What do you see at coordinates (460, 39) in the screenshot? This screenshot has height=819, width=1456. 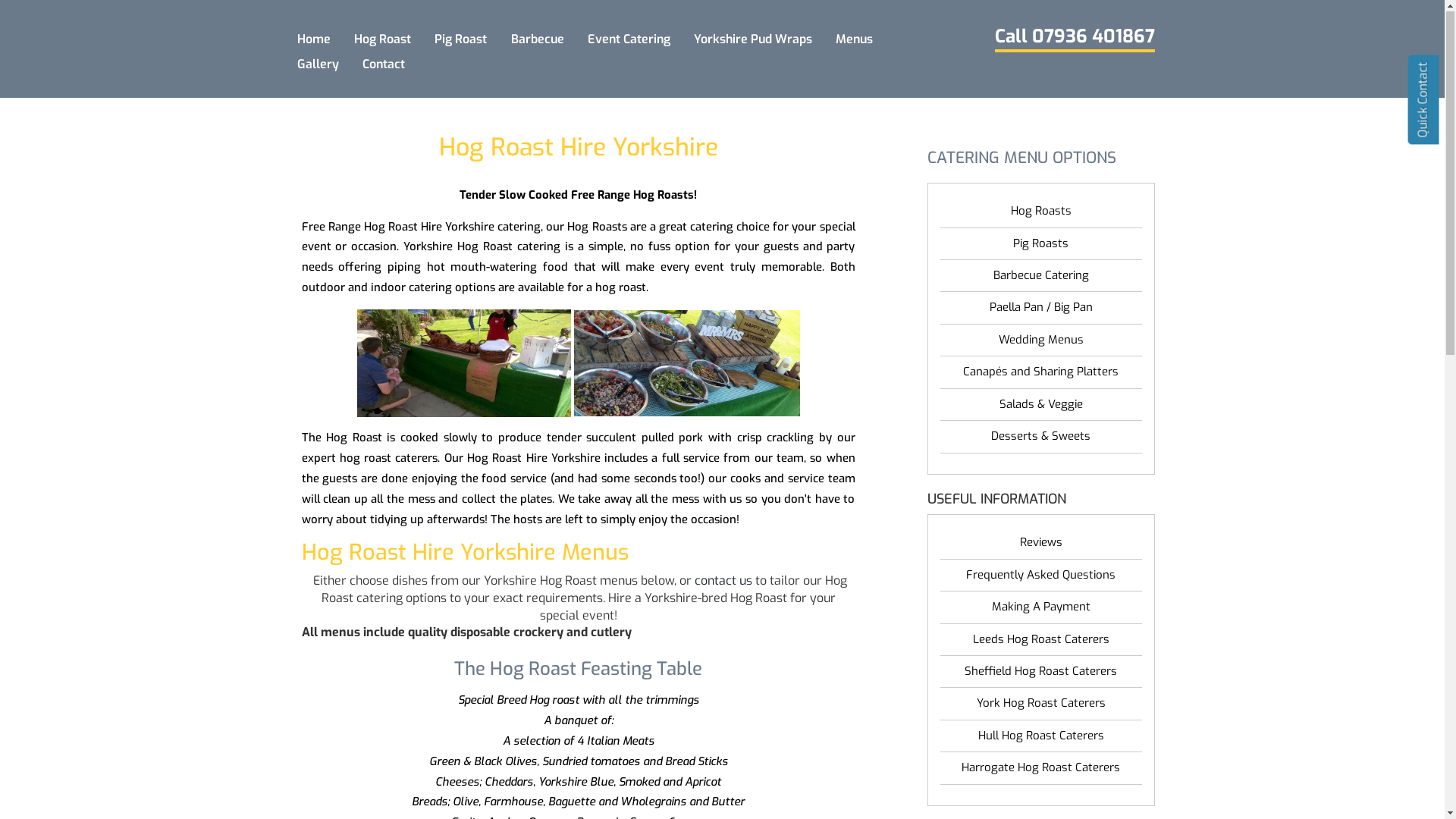 I see `'Pig Roast'` at bounding box center [460, 39].